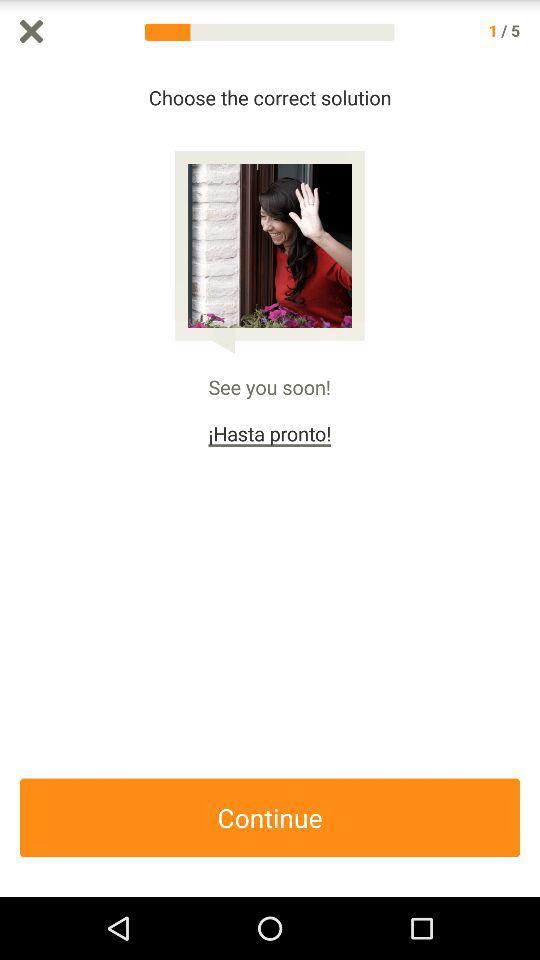 This screenshot has height=960, width=540. Describe the element at coordinates (30, 32) in the screenshot. I see `the close icon` at that location.